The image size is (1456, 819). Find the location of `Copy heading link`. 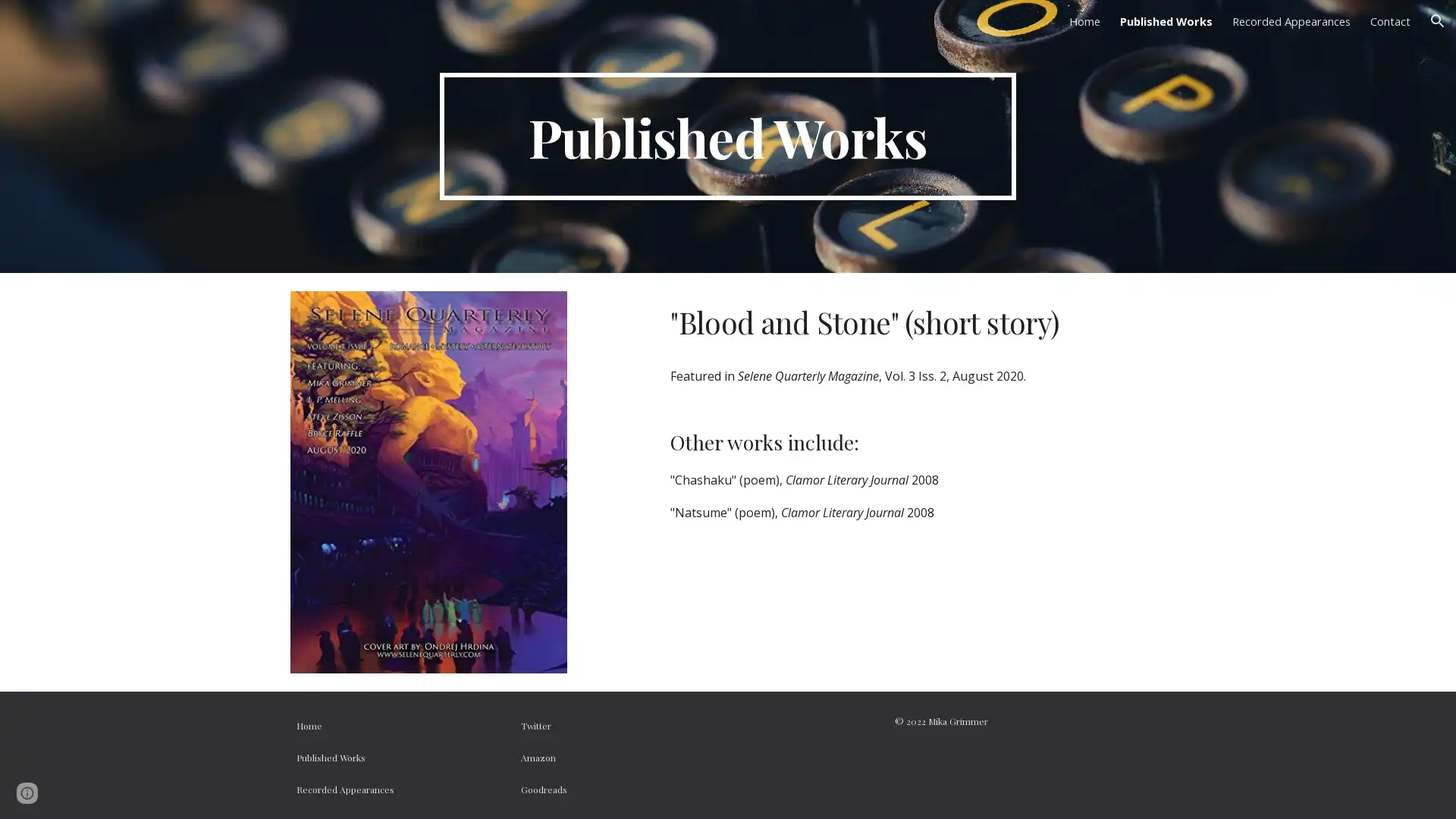

Copy heading link is located at coordinates (1075, 321).